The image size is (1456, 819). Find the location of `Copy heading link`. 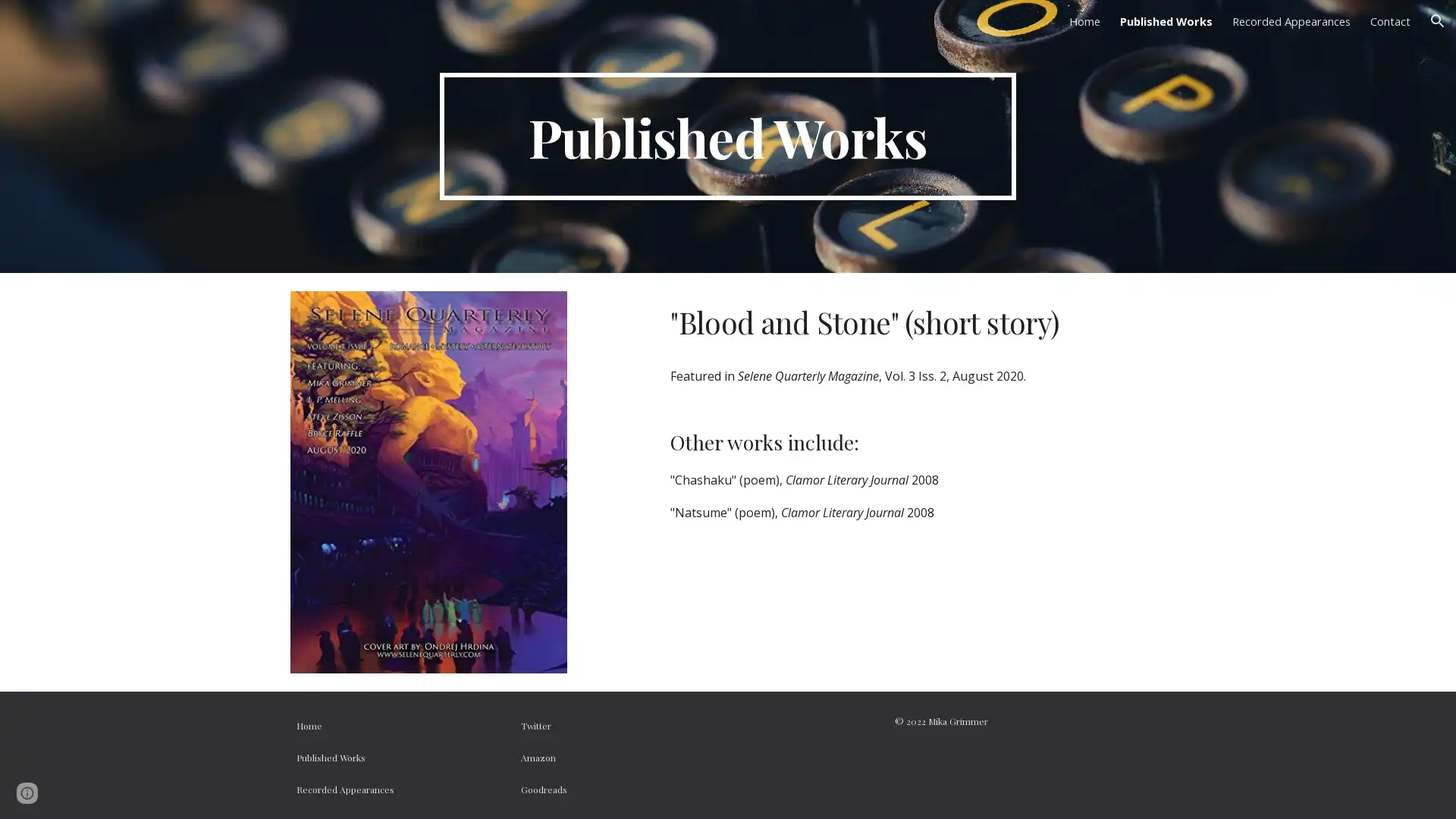

Copy heading link is located at coordinates (1075, 321).